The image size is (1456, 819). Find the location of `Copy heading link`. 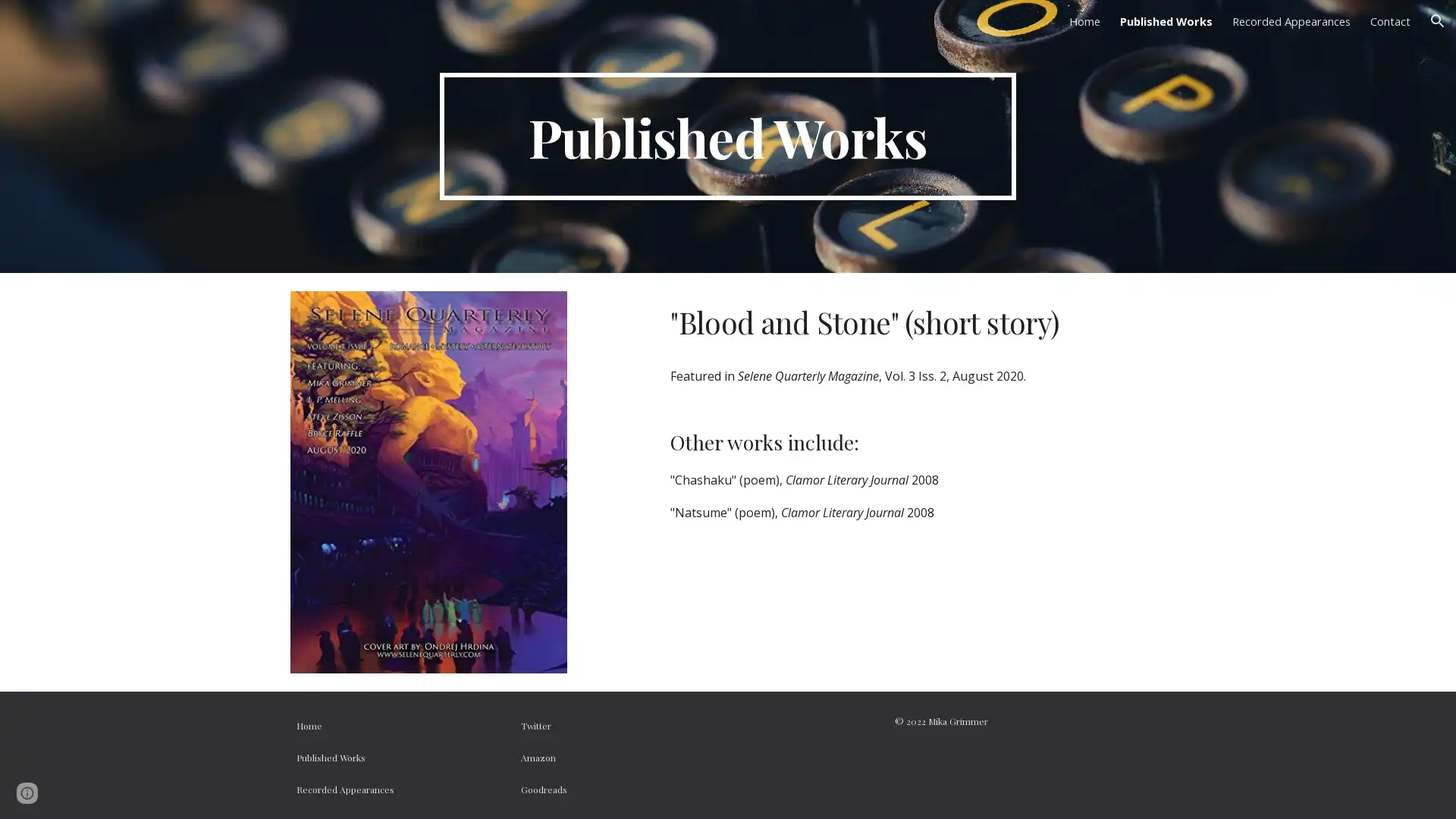

Copy heading link is located at coordinates (1075, 321).